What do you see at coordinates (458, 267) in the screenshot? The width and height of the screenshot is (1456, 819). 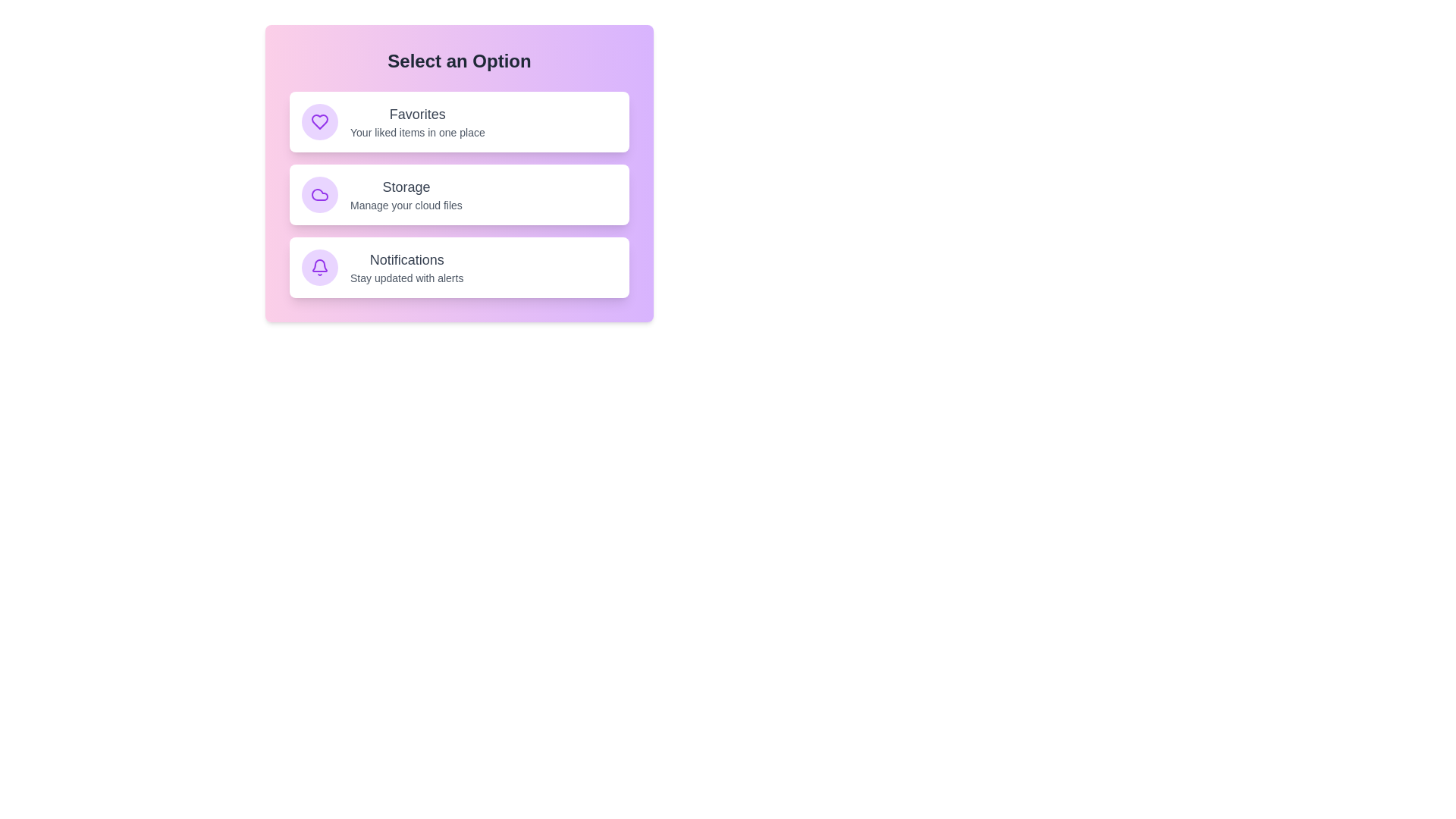 I see `the item 'Notifications' to observe its hover effect` at bounding box center [458, 267].